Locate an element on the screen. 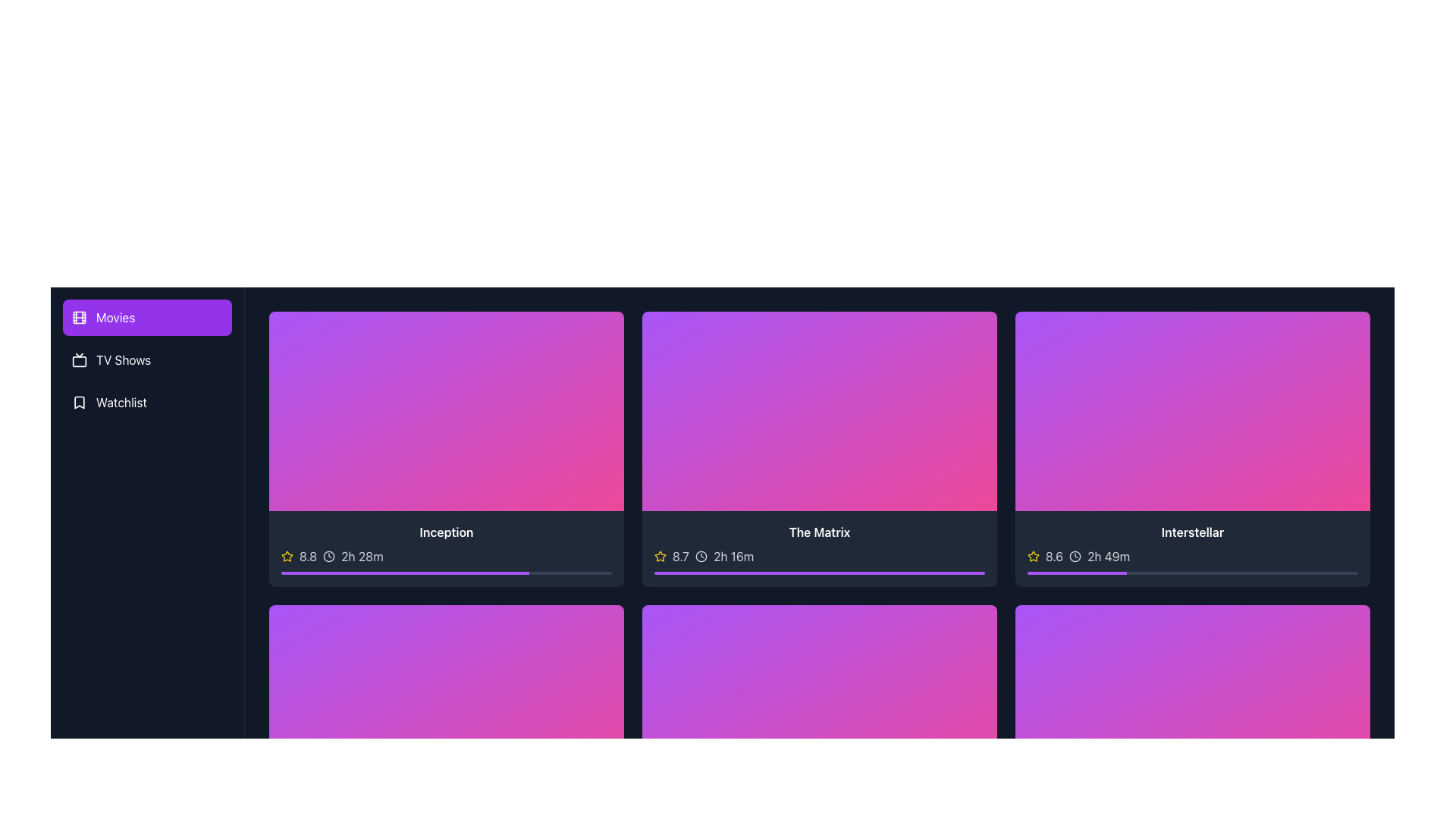  the bookmark button for the movie 'Inception' located at the top-right corner of its card is located at coordinates (604, 329).